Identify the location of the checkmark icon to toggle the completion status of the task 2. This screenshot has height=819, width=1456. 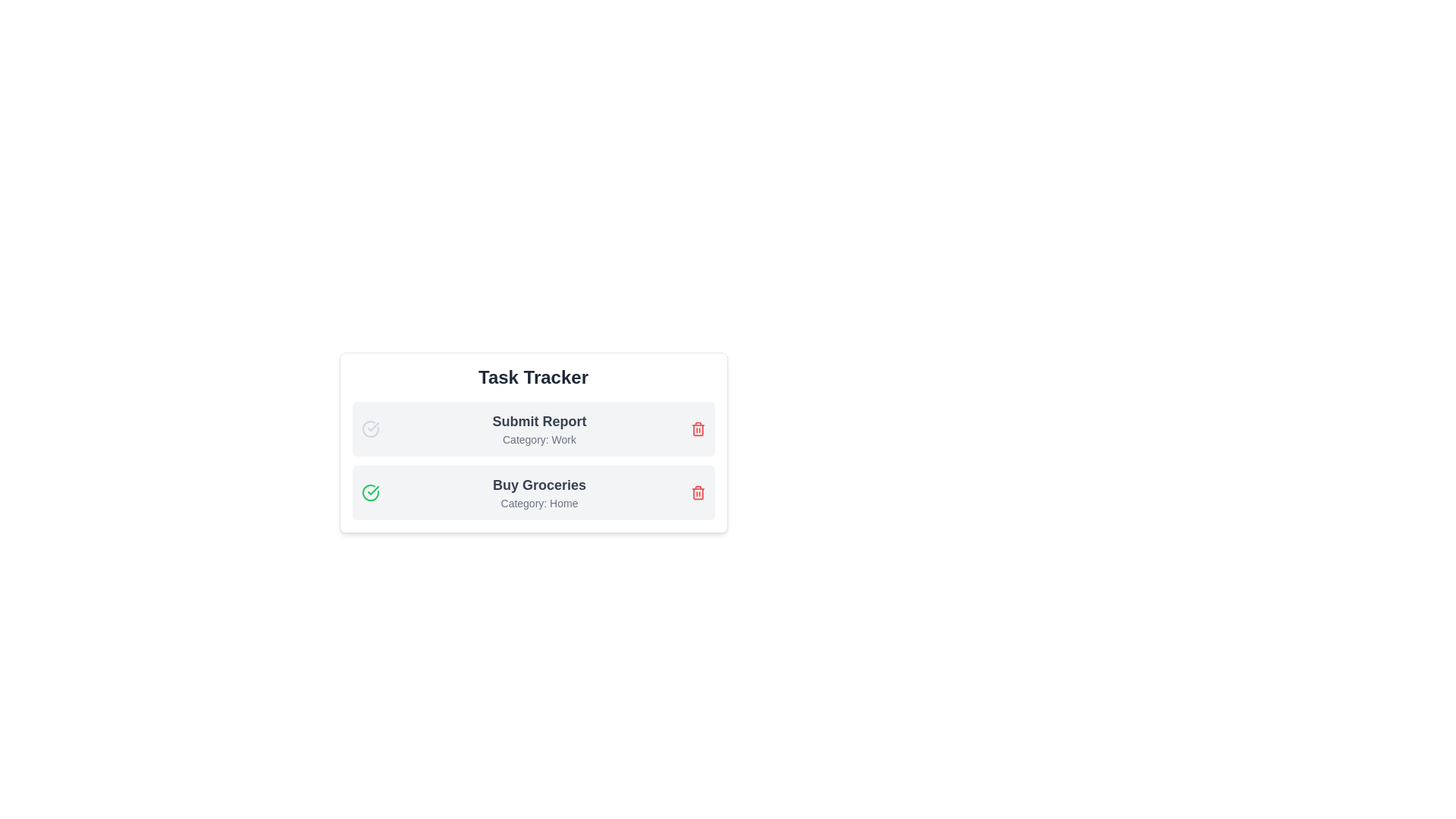
(370, 493).